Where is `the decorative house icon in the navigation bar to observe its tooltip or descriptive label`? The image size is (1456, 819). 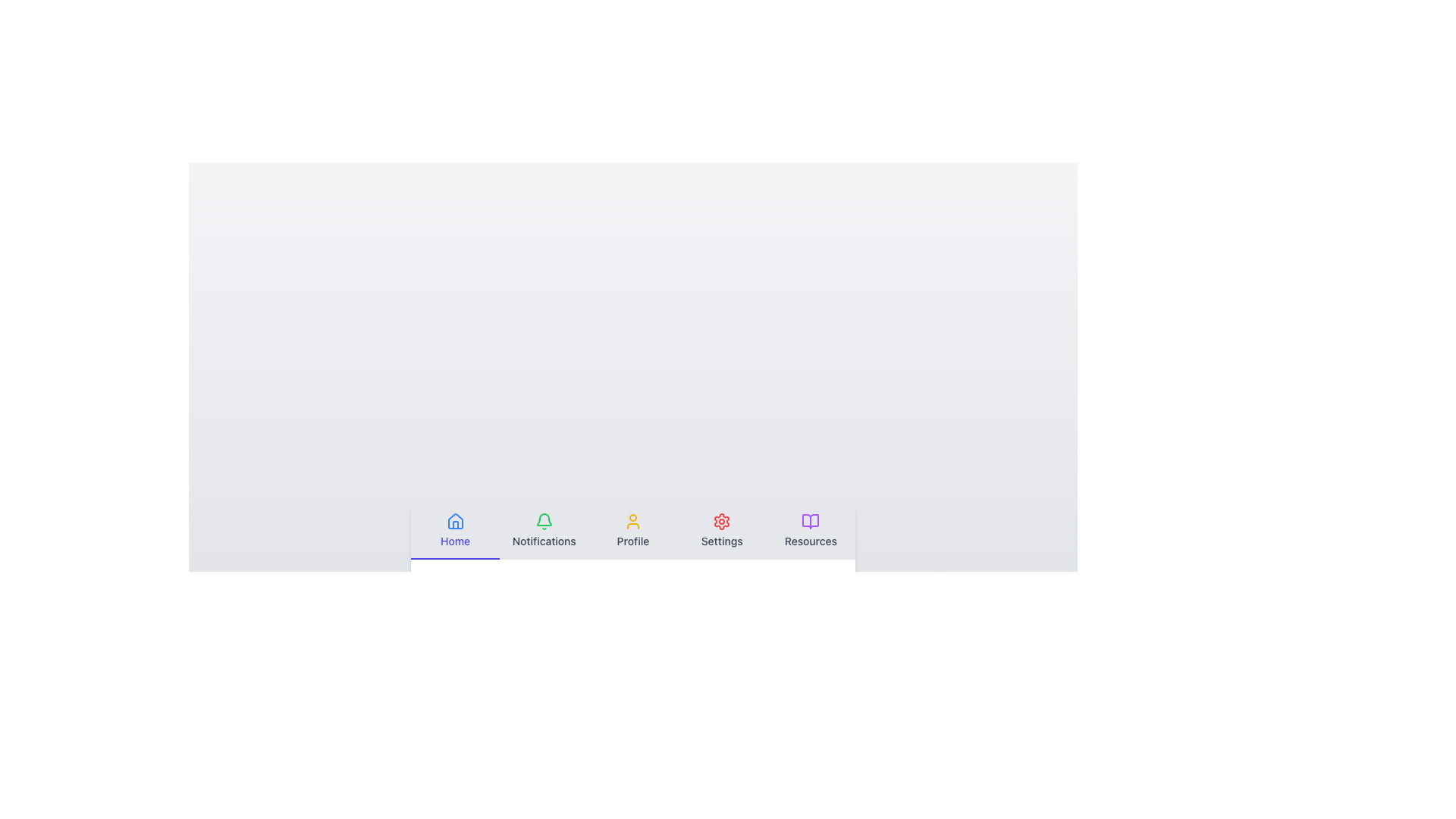
the decorative house icon in the navigation bar to observe its tooltip or descriptive label is located at coordinates (454, 520).